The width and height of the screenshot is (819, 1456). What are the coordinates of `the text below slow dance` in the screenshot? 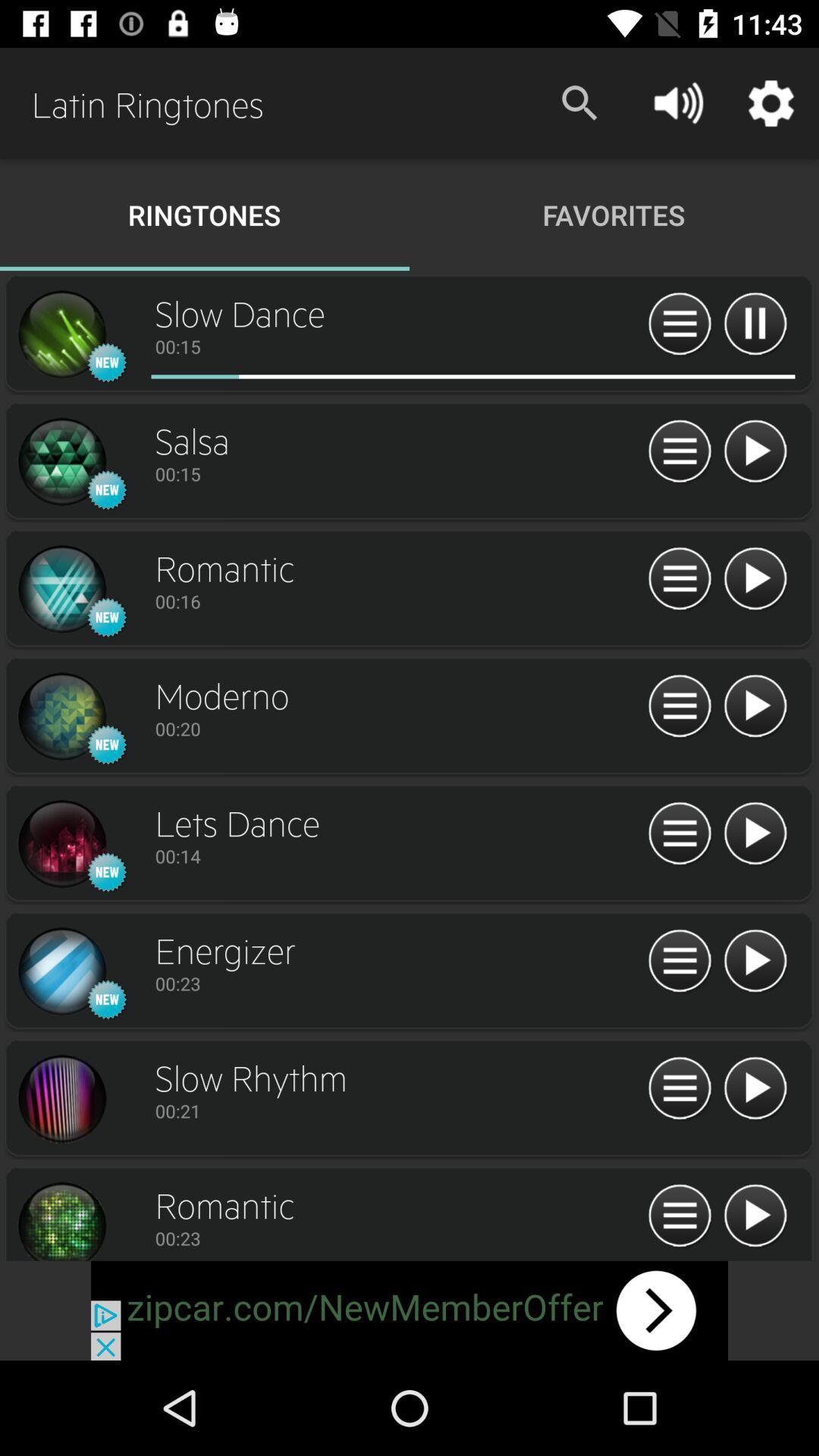 It's located at (397, 345).